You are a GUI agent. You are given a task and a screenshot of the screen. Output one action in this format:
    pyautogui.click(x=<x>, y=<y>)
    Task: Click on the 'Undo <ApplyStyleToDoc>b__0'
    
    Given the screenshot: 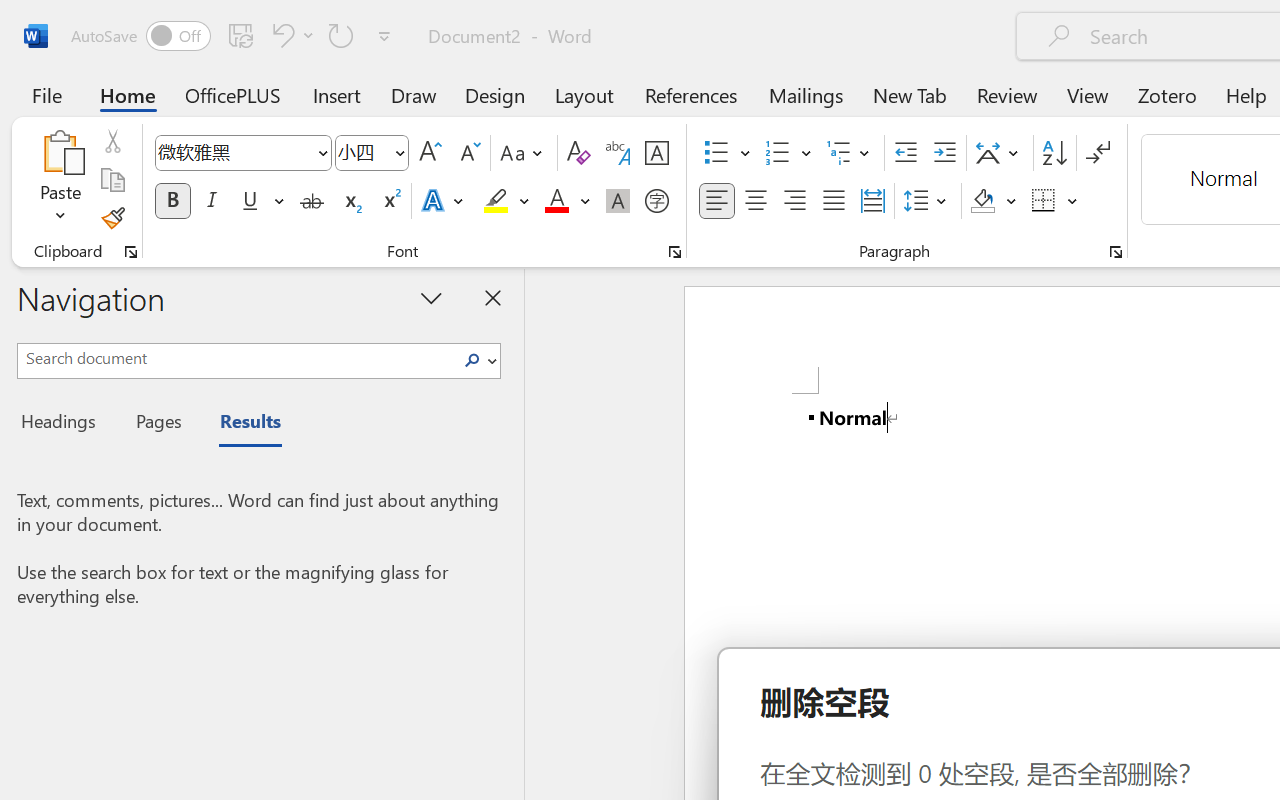 What is the action you would take?
    pyautogui.click(x=279, y=34)
    